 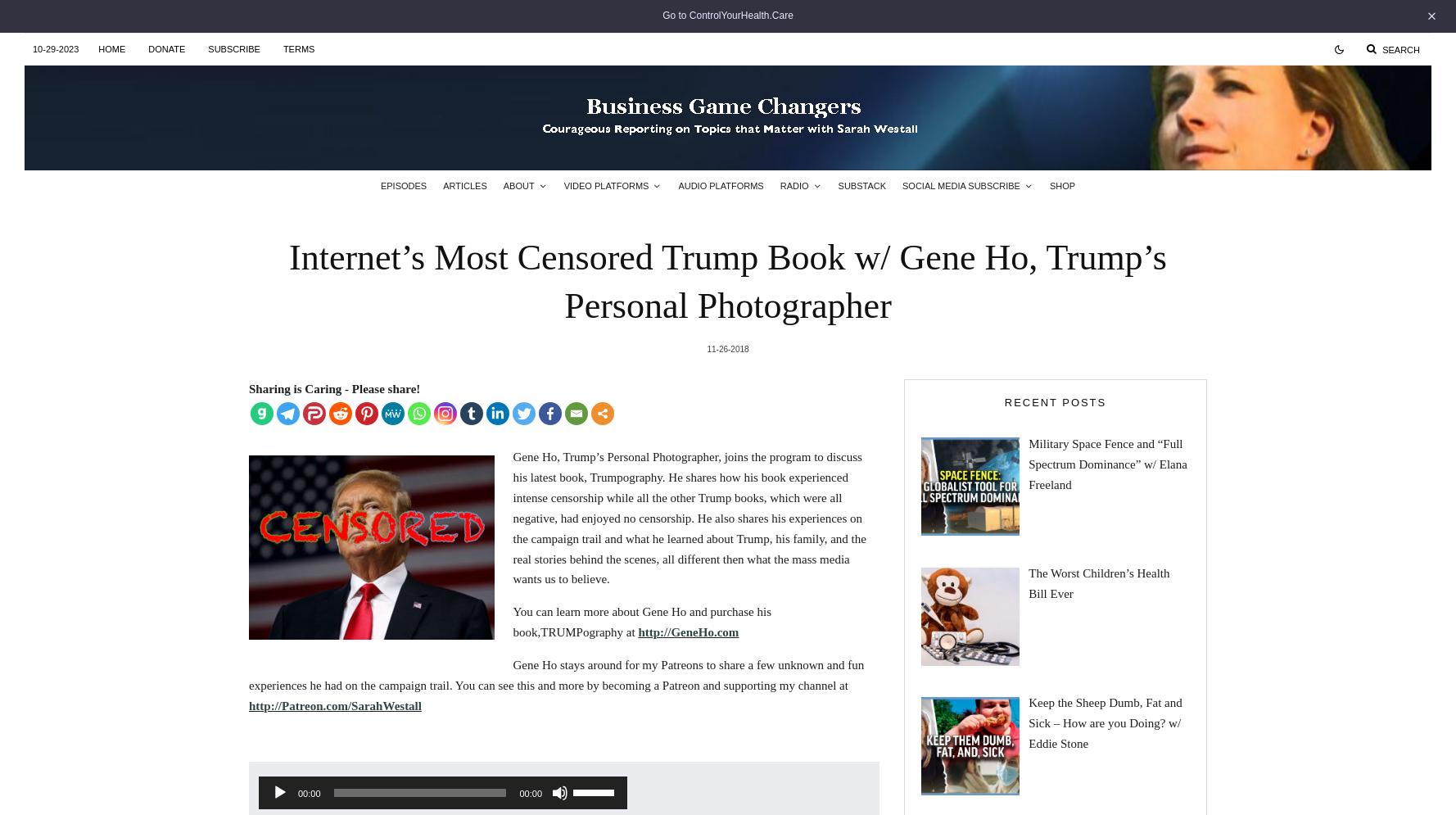 I want to click on 'http://Patreon.com/SarahWestall', so click(x=334, y=704).